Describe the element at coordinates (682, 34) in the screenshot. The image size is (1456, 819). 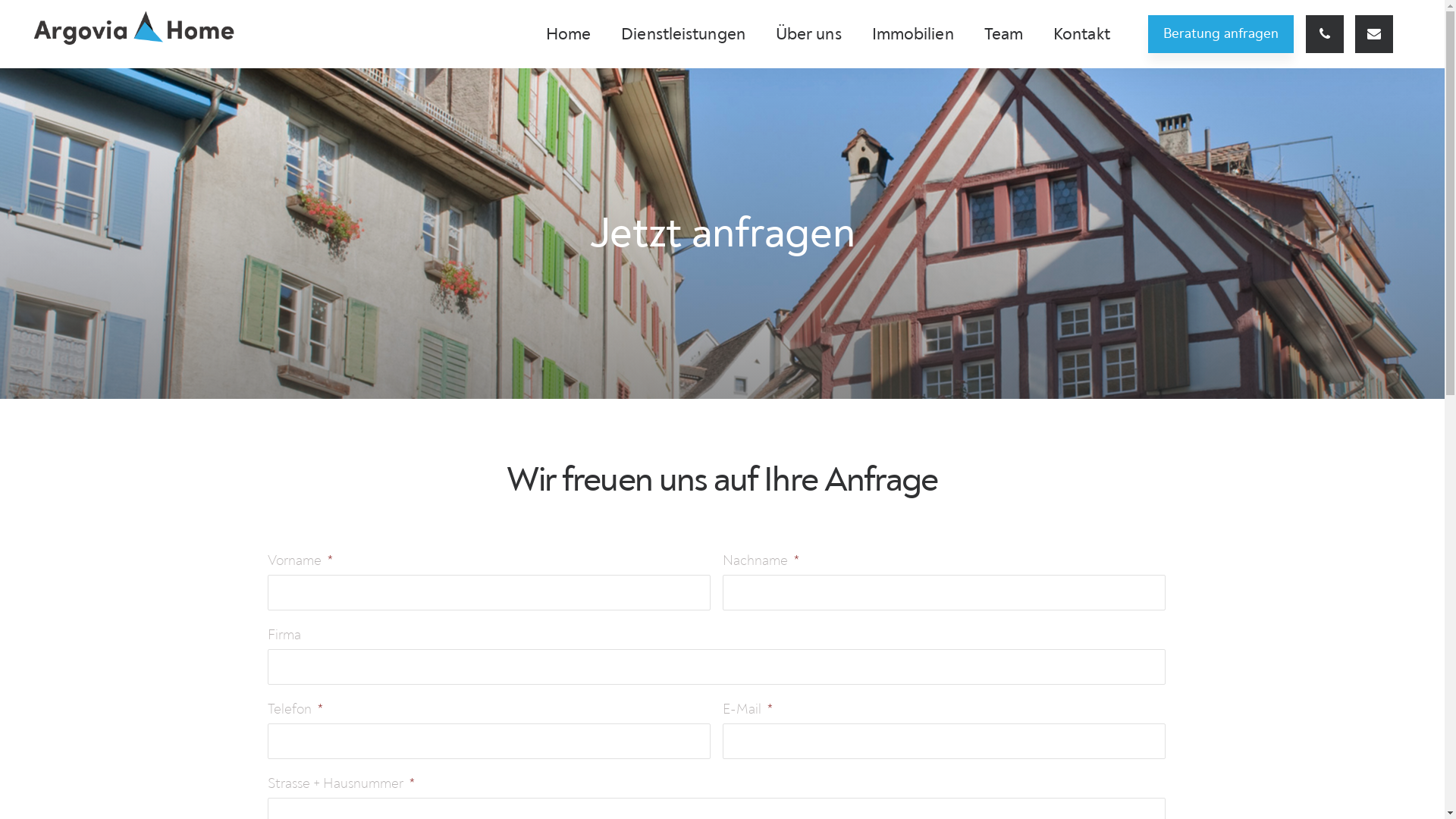
I see `'Dienstleistungen'` at that location.